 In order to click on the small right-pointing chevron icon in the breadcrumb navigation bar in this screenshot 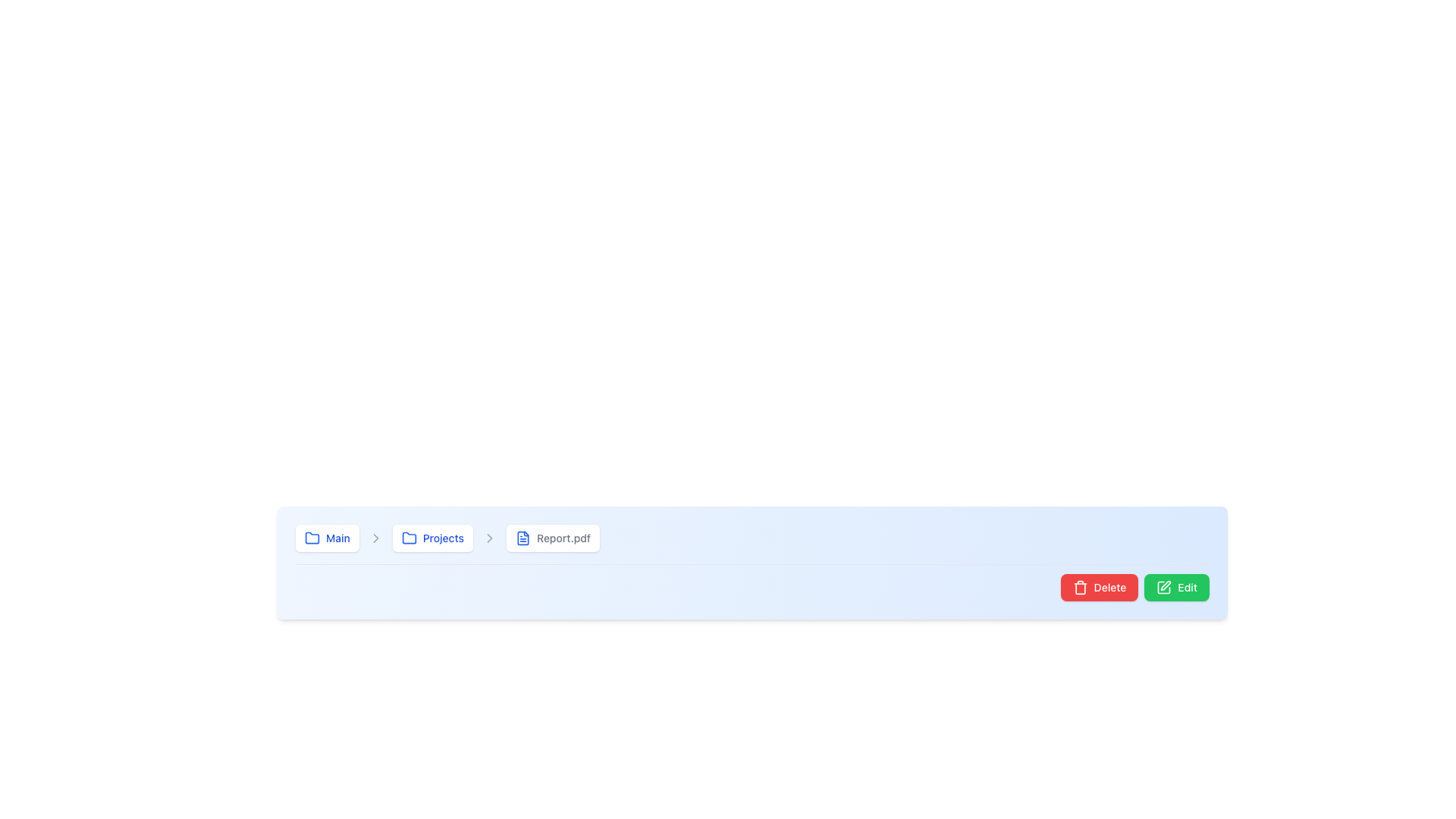, I will do `click(489, 537)`.